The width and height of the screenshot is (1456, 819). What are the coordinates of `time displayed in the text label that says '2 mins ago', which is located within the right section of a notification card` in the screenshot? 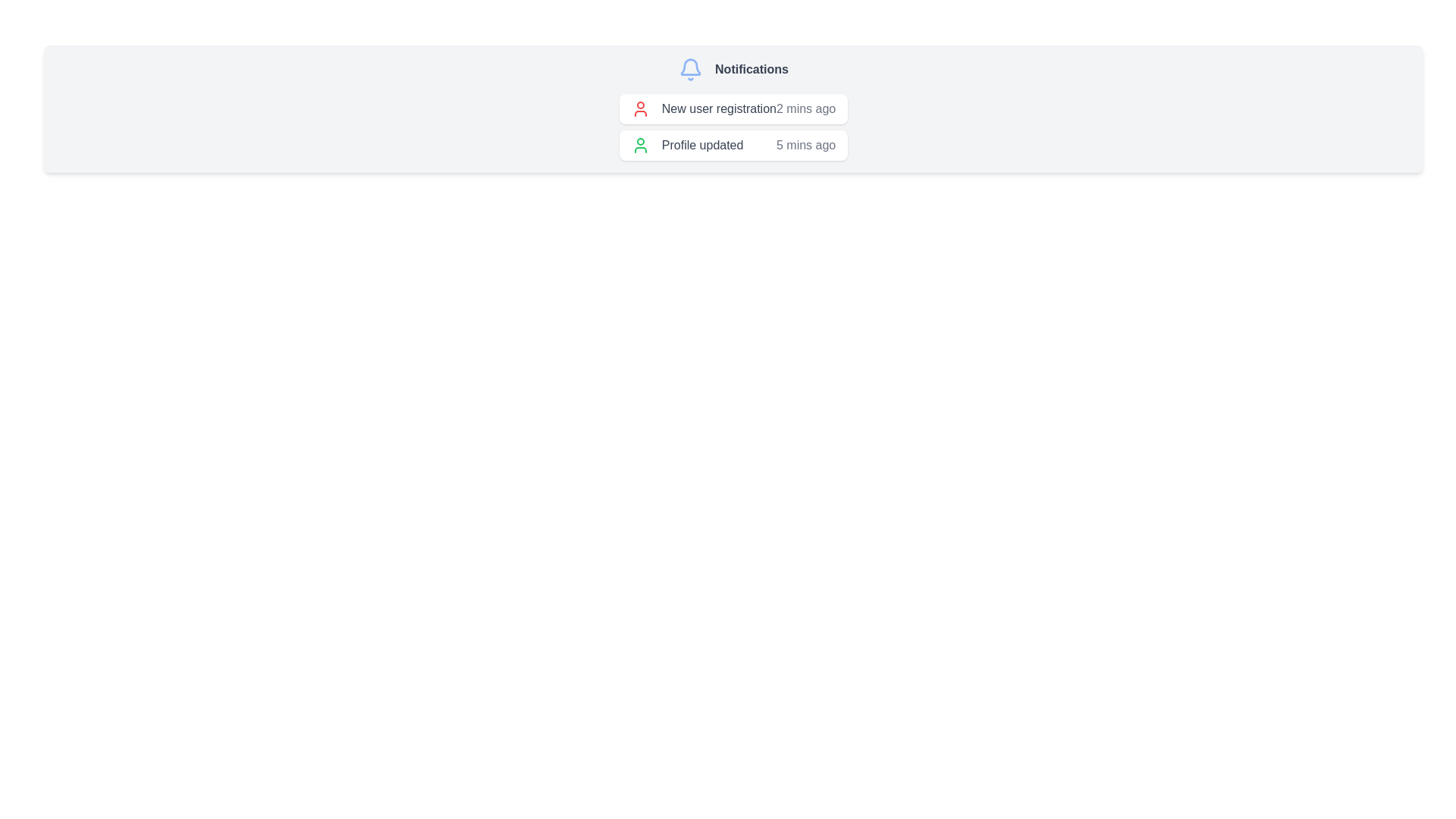 It's located at (805, 108).